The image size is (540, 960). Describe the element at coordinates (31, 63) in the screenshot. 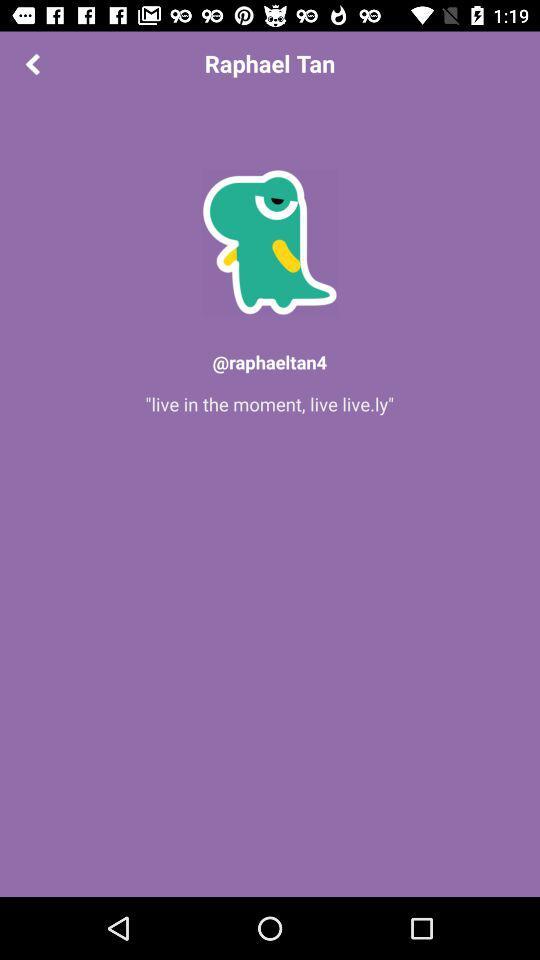

I see `shows previous icon` at that location.